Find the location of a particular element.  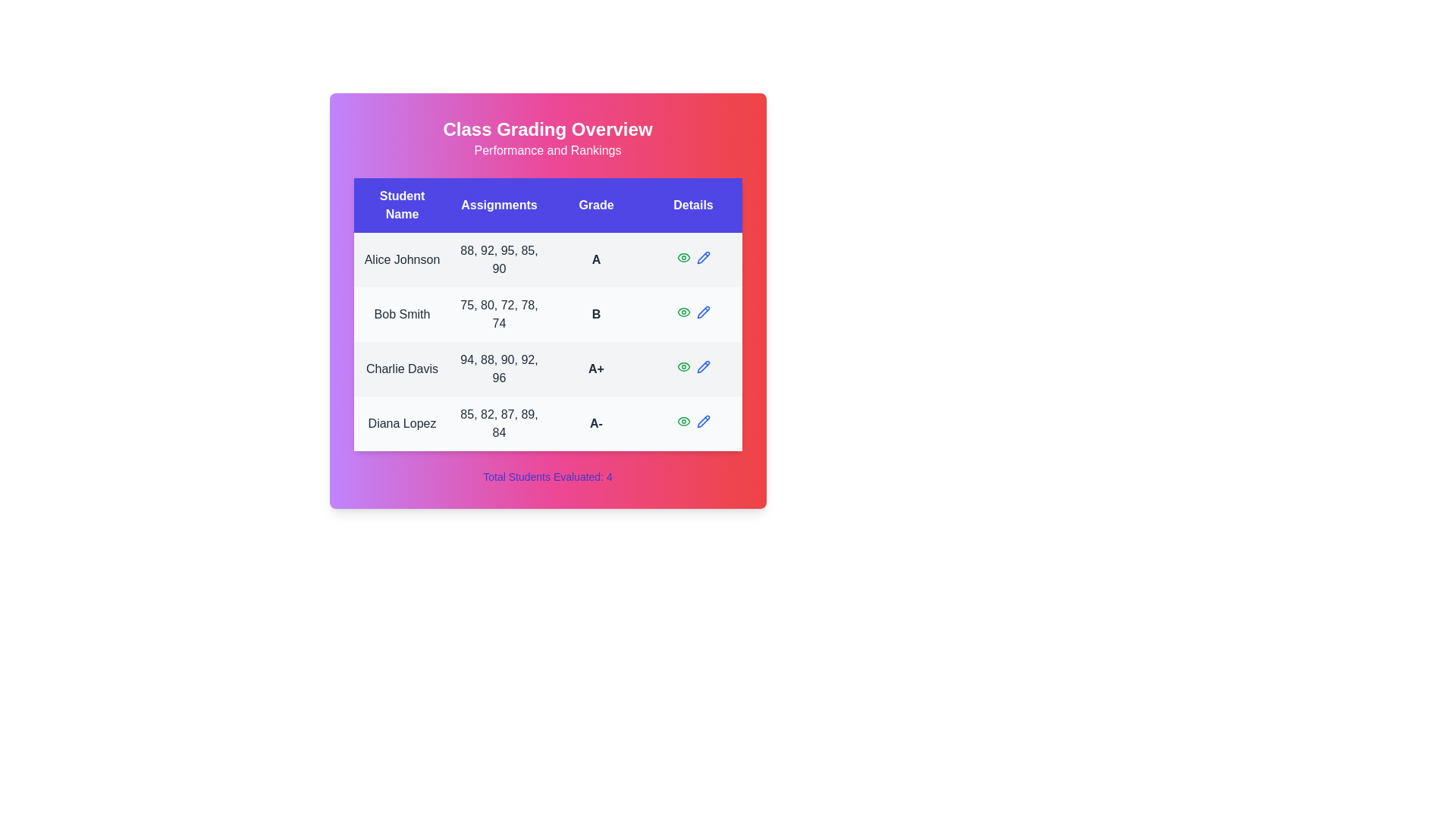

the row corresponding to Alice Johnson is located at coordinates (547, 259).